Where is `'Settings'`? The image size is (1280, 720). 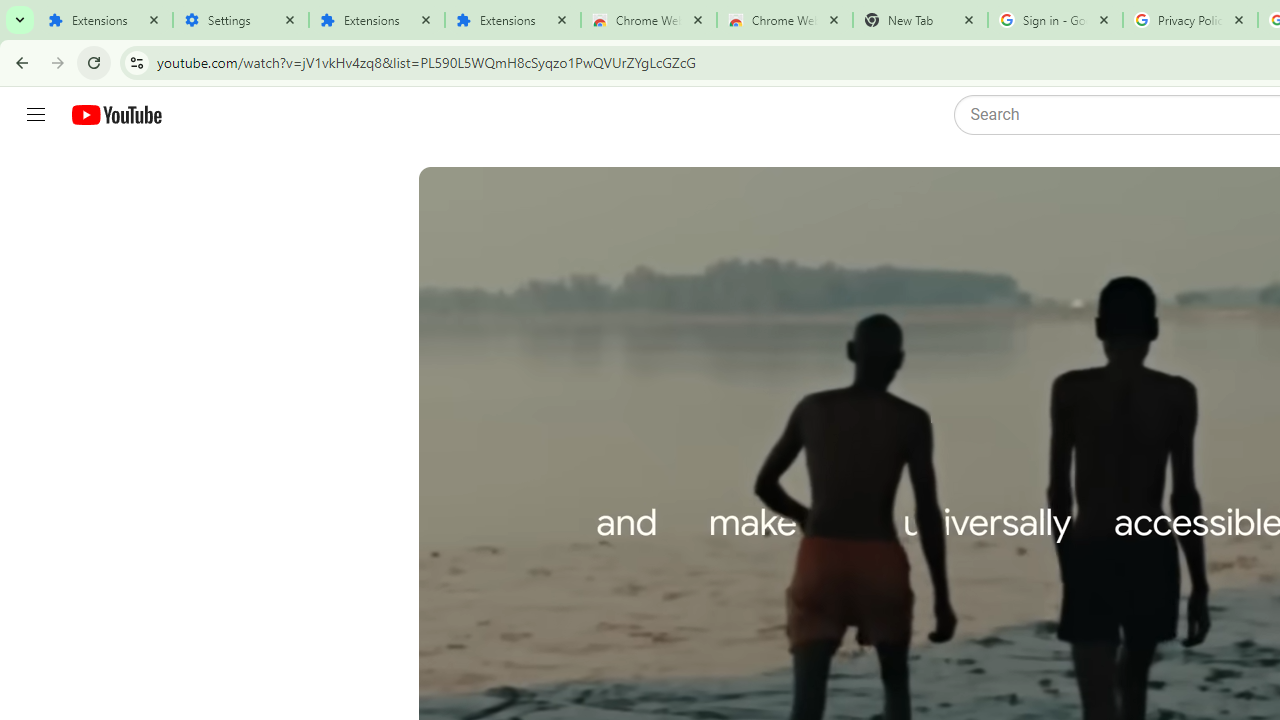 'Settings' is located at coordinates (240, 20).